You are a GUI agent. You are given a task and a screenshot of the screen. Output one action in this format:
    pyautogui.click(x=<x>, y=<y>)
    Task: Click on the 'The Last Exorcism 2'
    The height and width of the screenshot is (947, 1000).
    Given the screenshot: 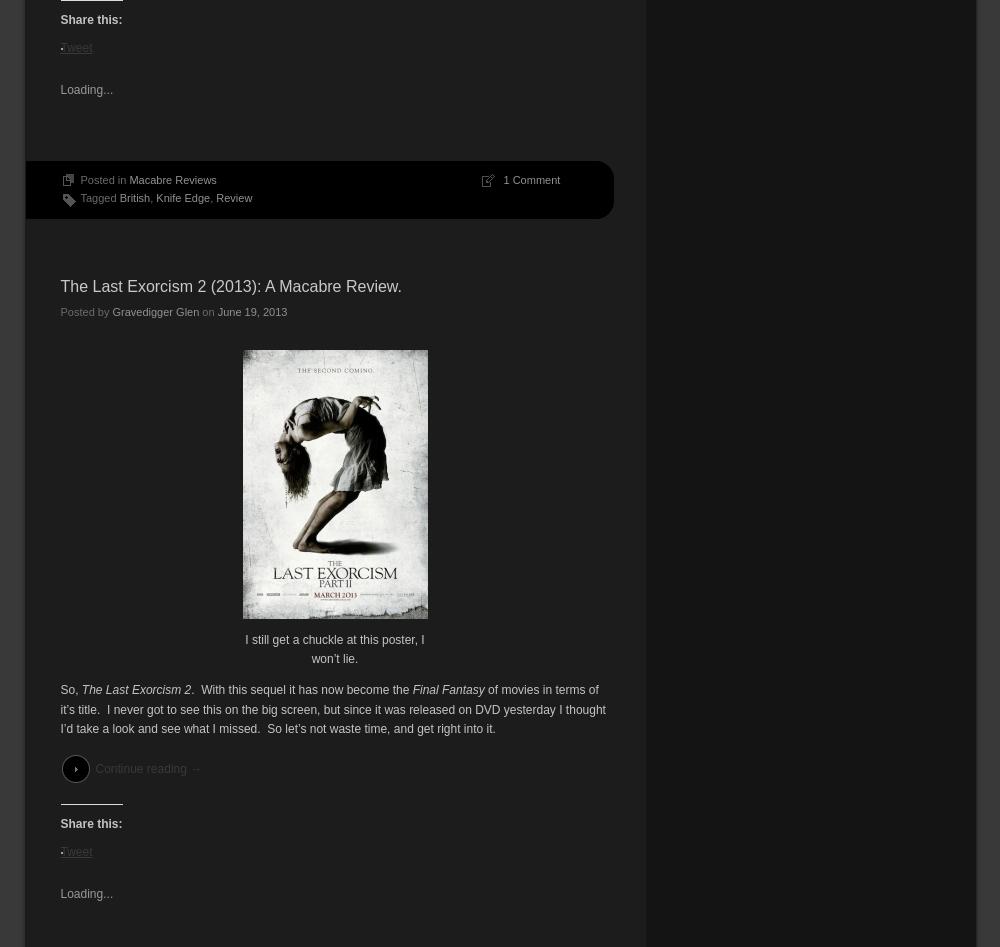 What is the action you would take?
    pyautogui.click(x=136, y=688)
    